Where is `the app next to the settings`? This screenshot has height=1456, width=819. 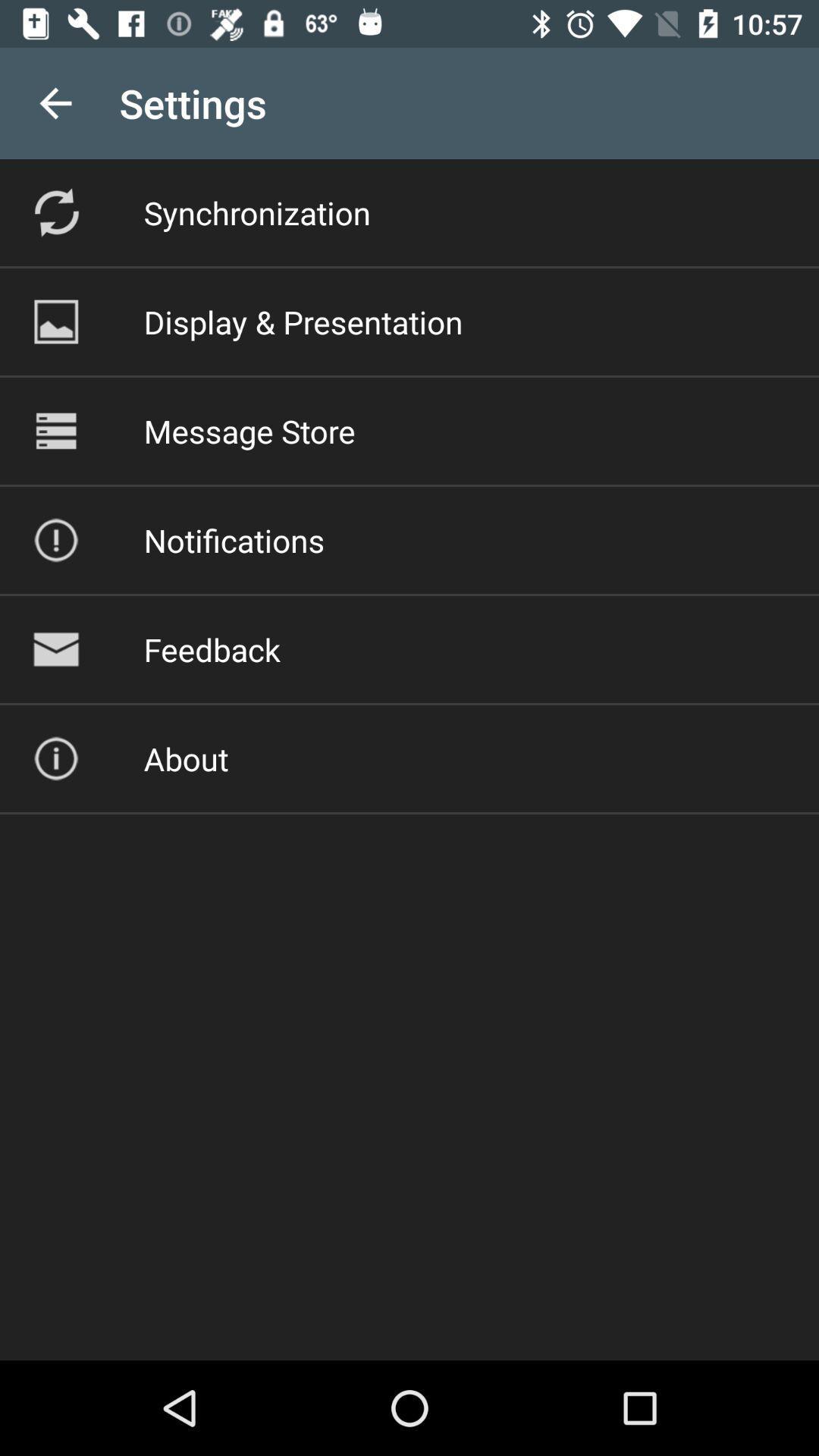
the app next to the settings is located at coordinates (55, 102).